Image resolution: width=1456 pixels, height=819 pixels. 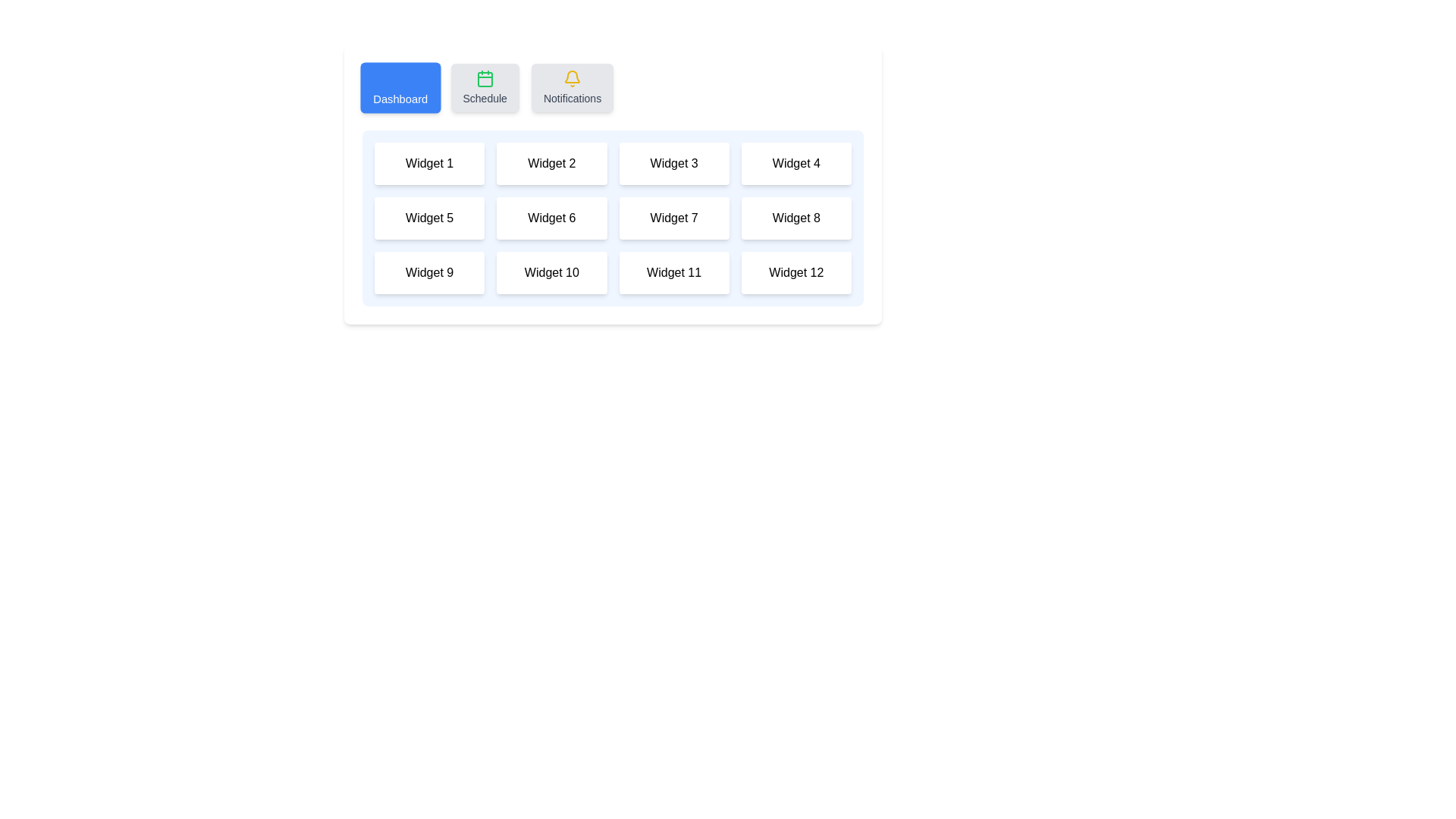 What do you see at coordinates (484, 87) in the screenshot?
I see `the Schedule tab by clicking its button` at bounding box center [484, 87].